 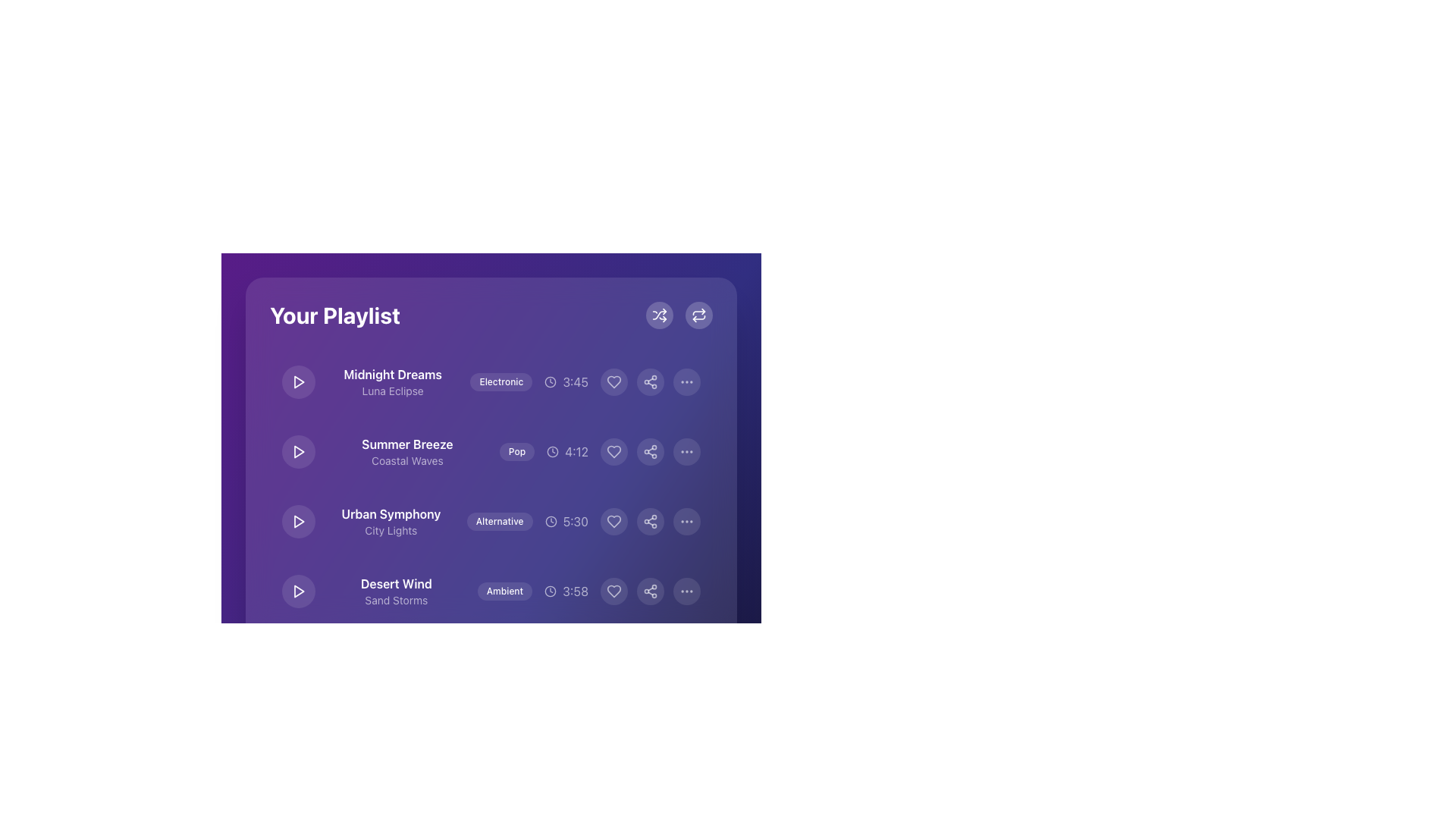 What do you see at coordinates (566, 520) in the screenshot?
I see `the text element indicating the duration of the song 'Urban Symphony', located in the third row of the playlist, right-aligned next to the 'Alternative' tag and the heart icon` at bounding box center [566, 520].